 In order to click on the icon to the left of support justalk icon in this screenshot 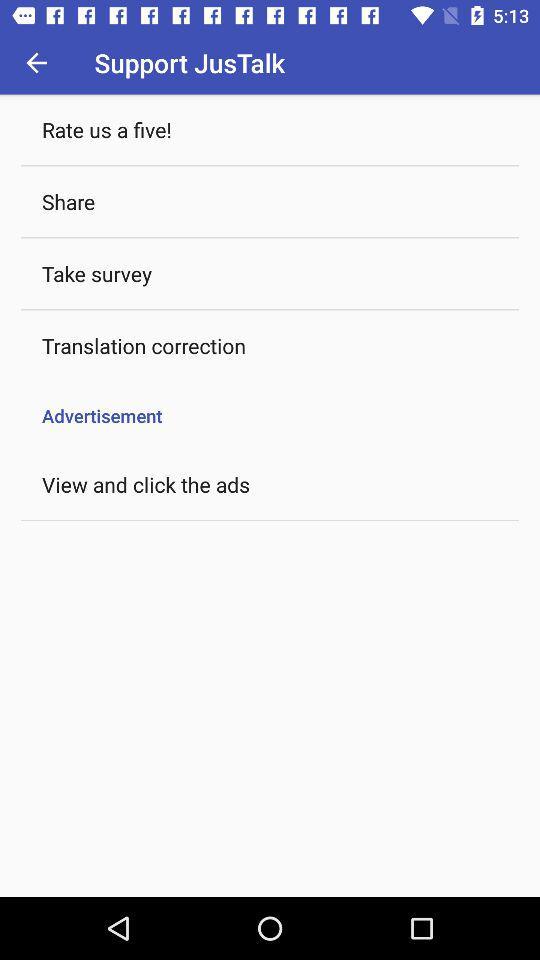, I will do `click(36, 62)`.